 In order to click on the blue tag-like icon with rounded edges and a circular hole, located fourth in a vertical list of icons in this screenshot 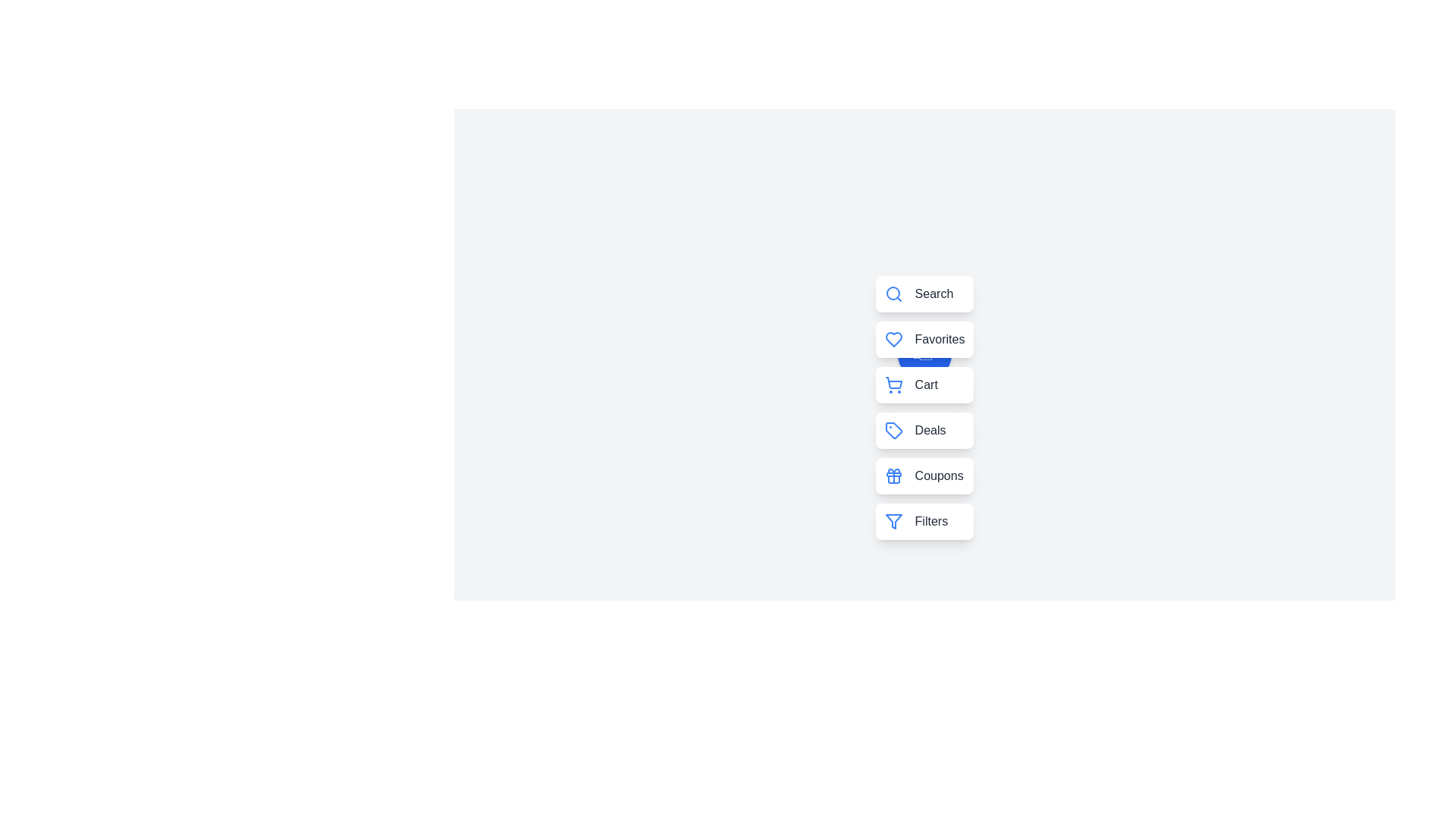, I will do `click(893, 430)`.